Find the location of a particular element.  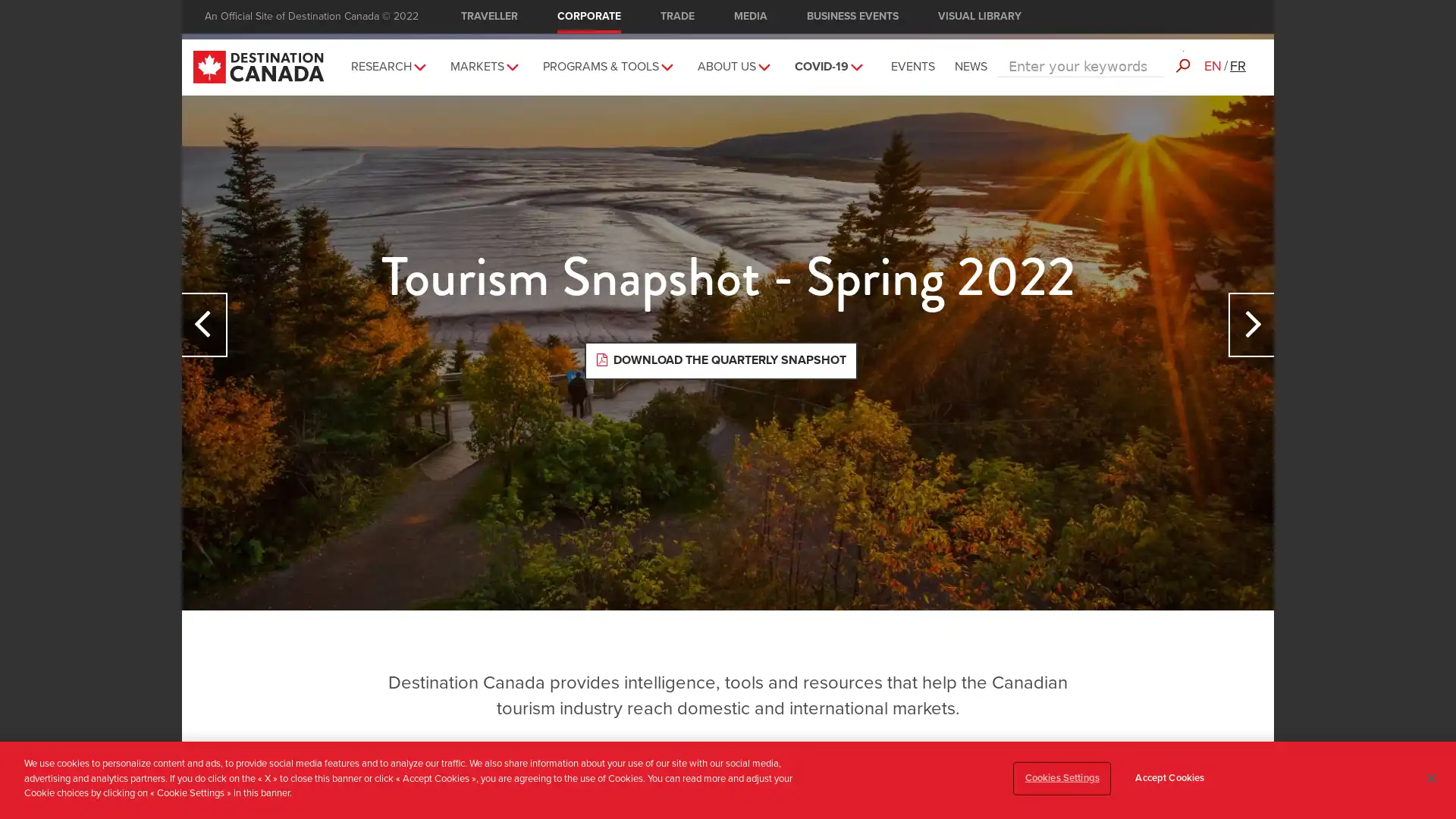

Expand is located at coordinates (852, 61).